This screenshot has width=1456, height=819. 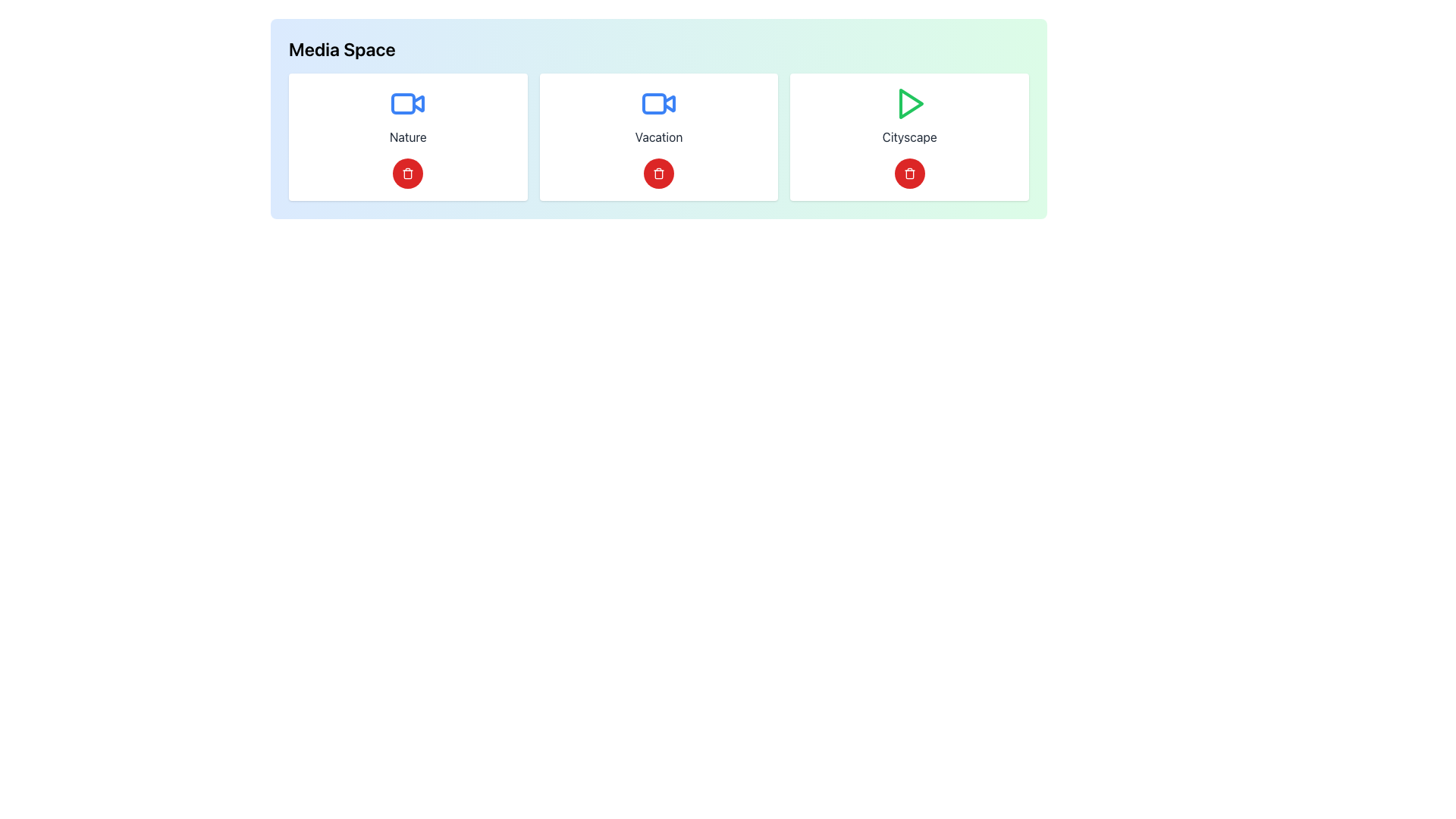 I want to click on text 'Nature' from the Card element located at the top-left of the grid, which includes an icon, label, and a red trash action button, so click(x=408, y=137).